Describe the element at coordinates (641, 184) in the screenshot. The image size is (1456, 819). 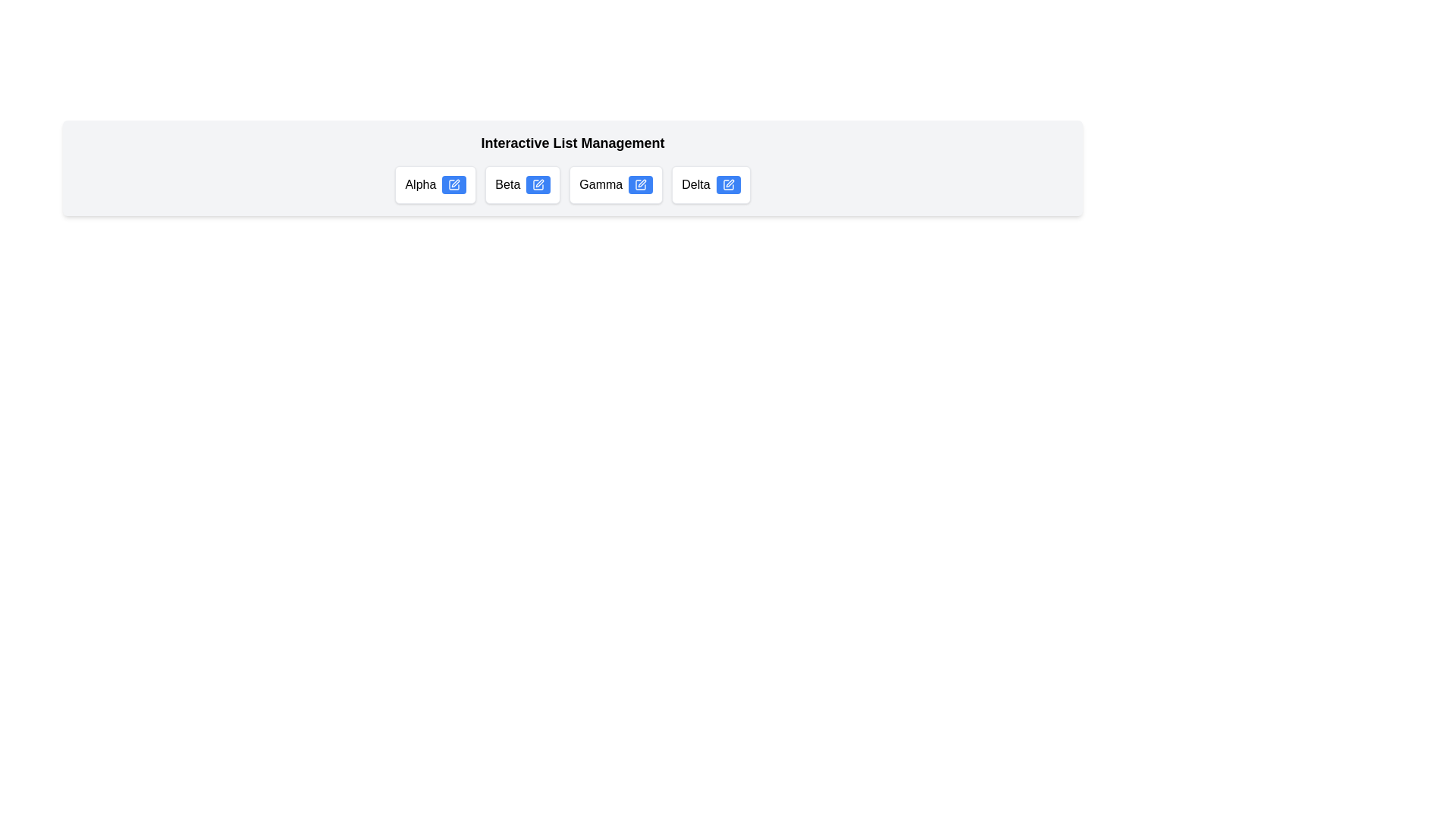
I see `the 'edit' icon located within the third button labeled 'Gamma' in a horizontal list of buttons` at that location.